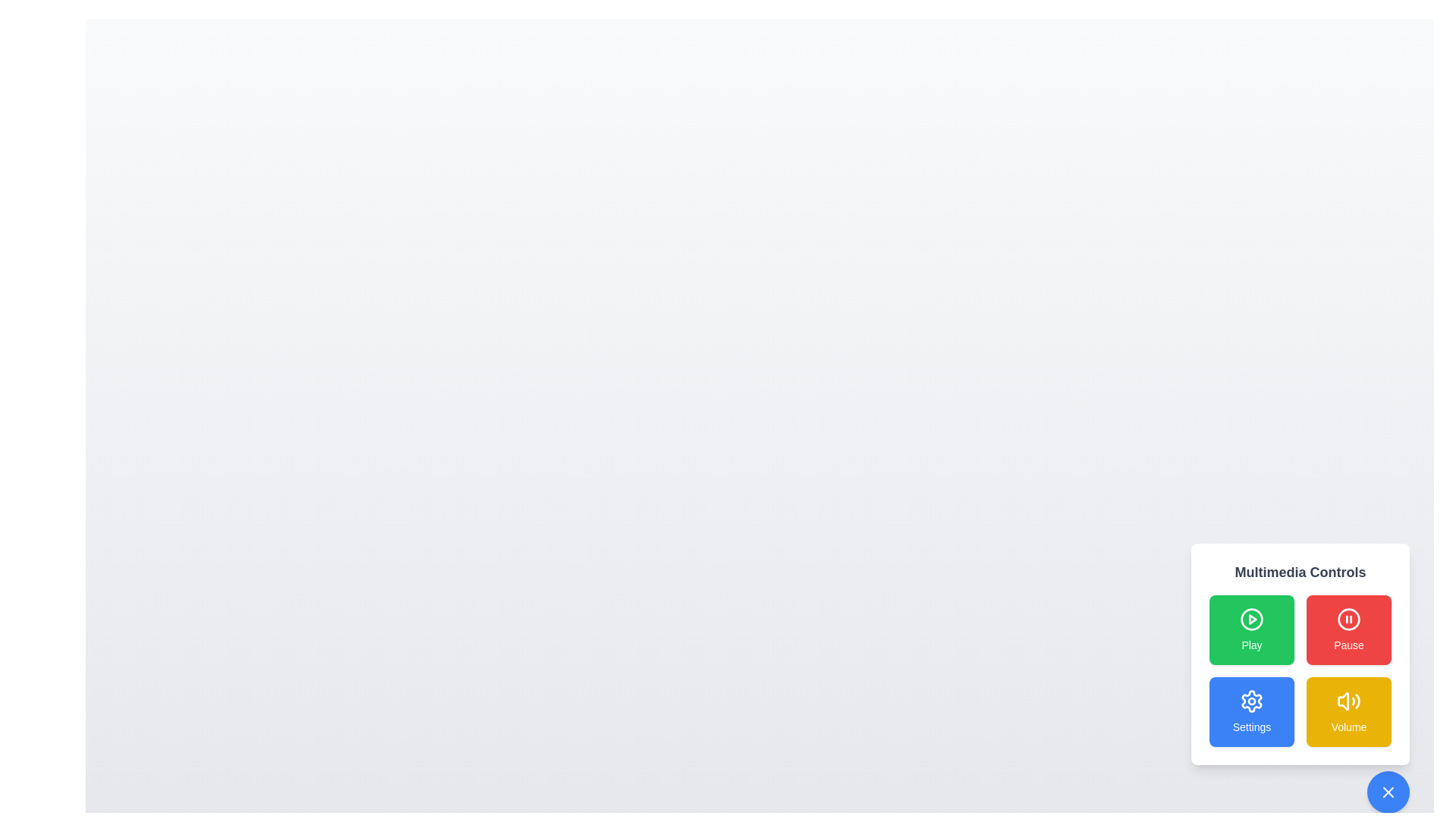 The height and width of the screenshot is (819, 1456). Describe the element at coordinates (1349, 711) in the screenshot. I see `the yellow rectangular button labeled 'Volume' with a speaker icon` at that location.